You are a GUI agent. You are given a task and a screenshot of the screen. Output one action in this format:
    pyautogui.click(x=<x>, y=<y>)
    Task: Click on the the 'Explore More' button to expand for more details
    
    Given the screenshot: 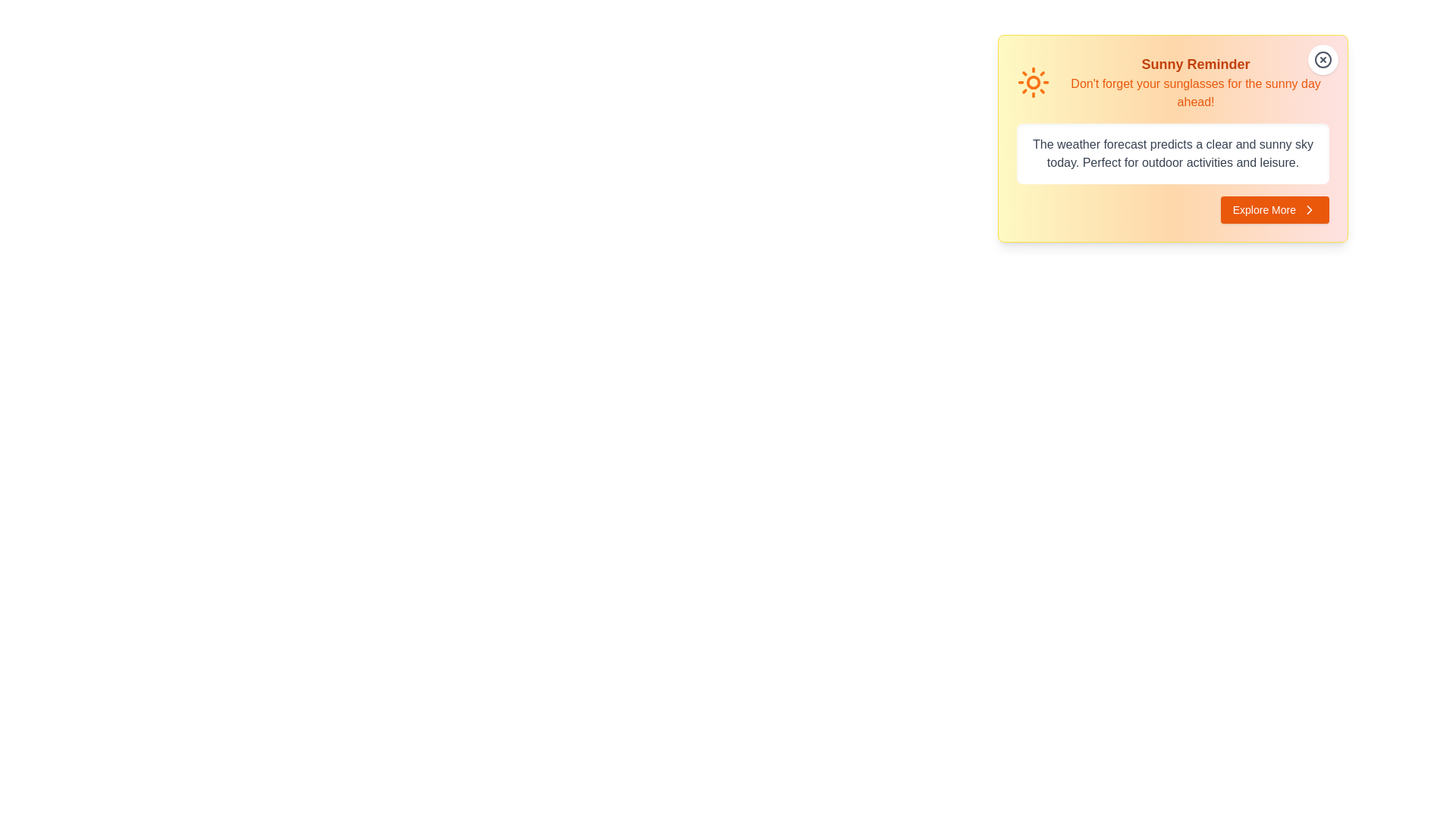 What is the action you would take?
    pyautogui.click(x=1274, y=210)
    